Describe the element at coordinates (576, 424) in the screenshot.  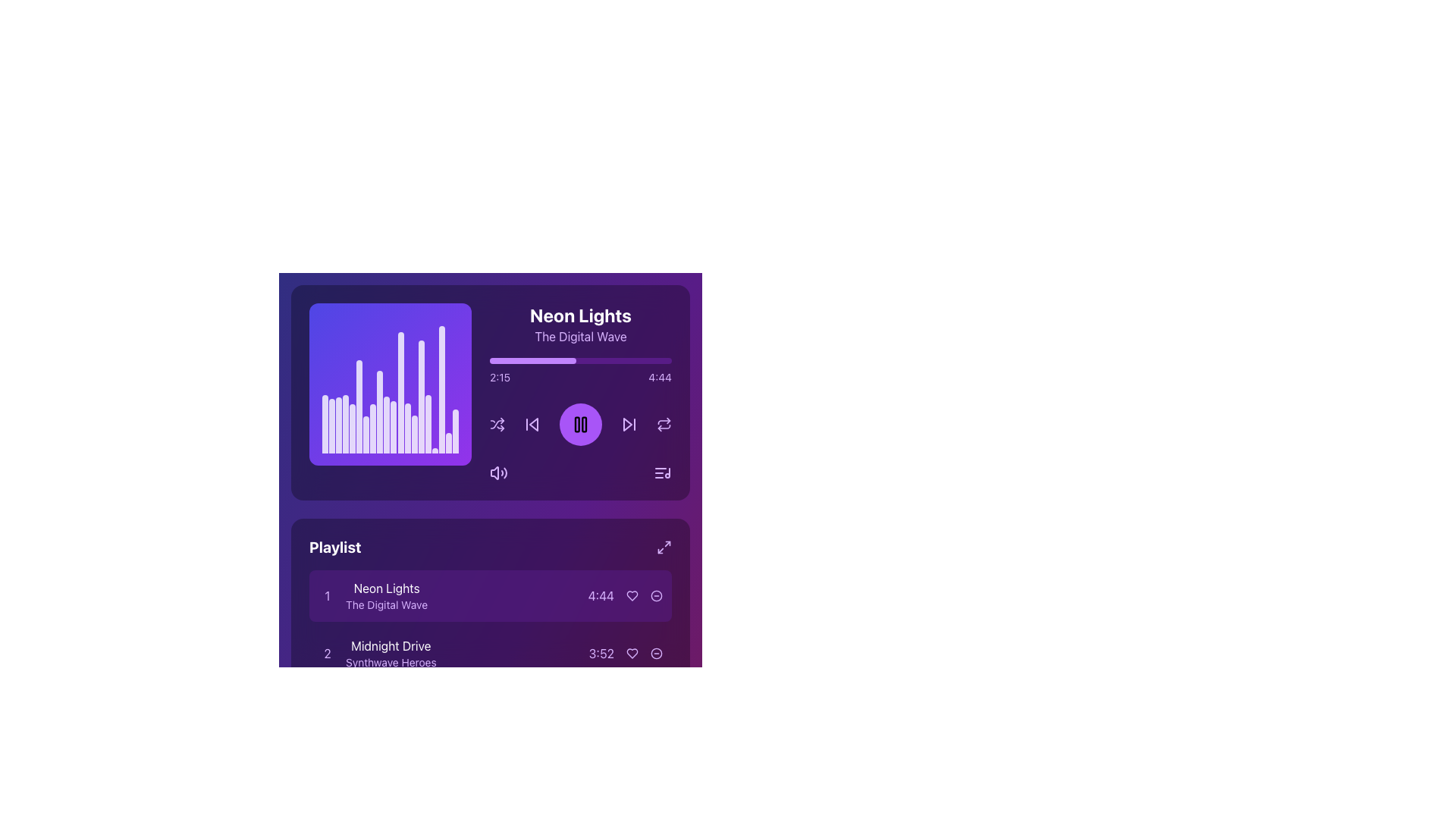
I see `the left vertical bar of the pause playback button` at that location.